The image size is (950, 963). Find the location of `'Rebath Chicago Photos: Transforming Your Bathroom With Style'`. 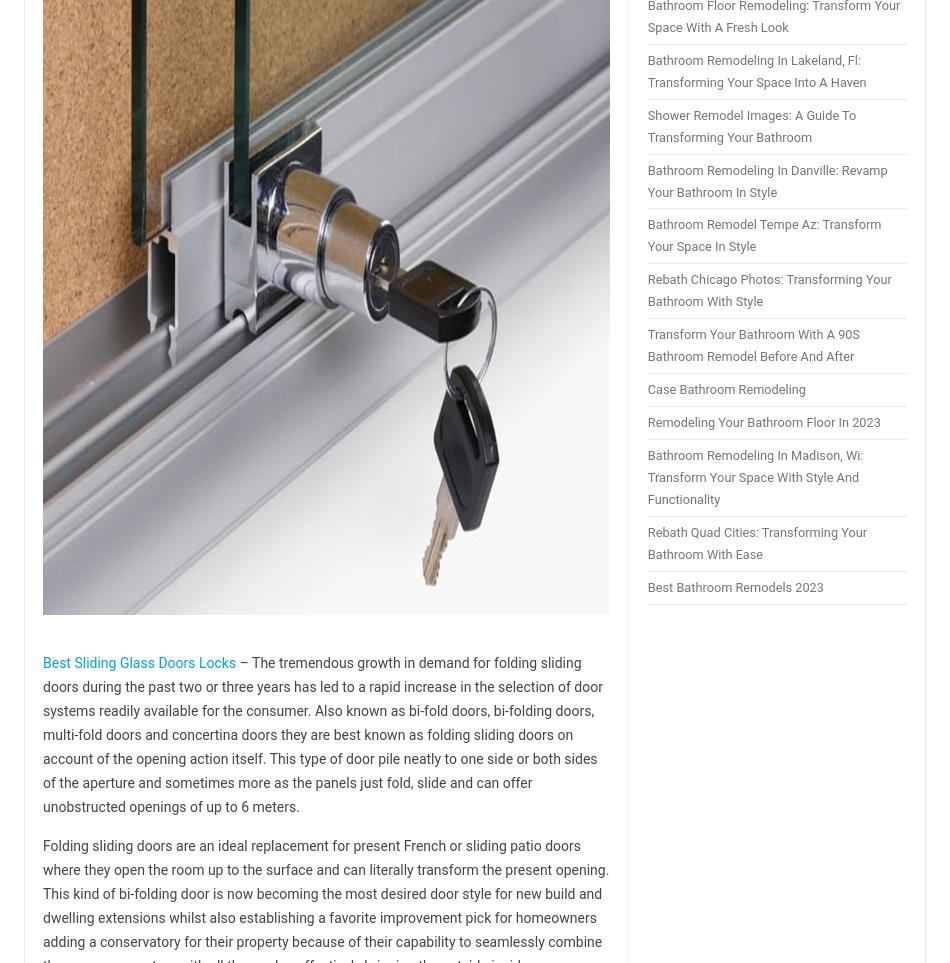

'Rebath Chicago Photos: Transforming Your Bathroom With Style' is located at coordinates (647, 289).